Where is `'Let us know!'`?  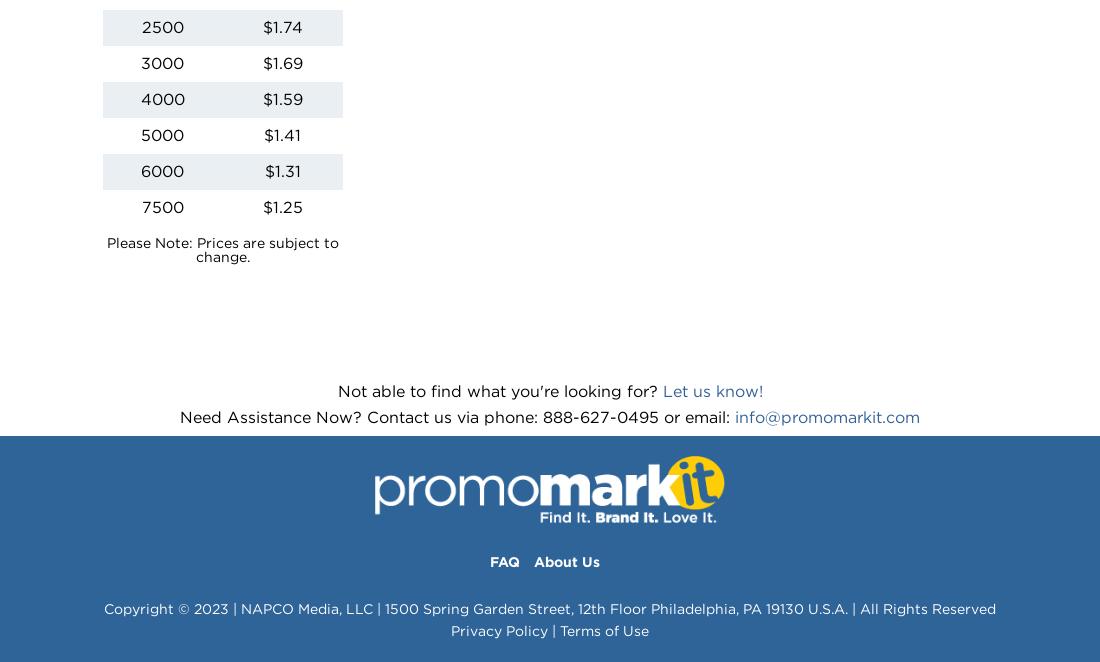
'Let us know!' is located at coordinates (661, 389).